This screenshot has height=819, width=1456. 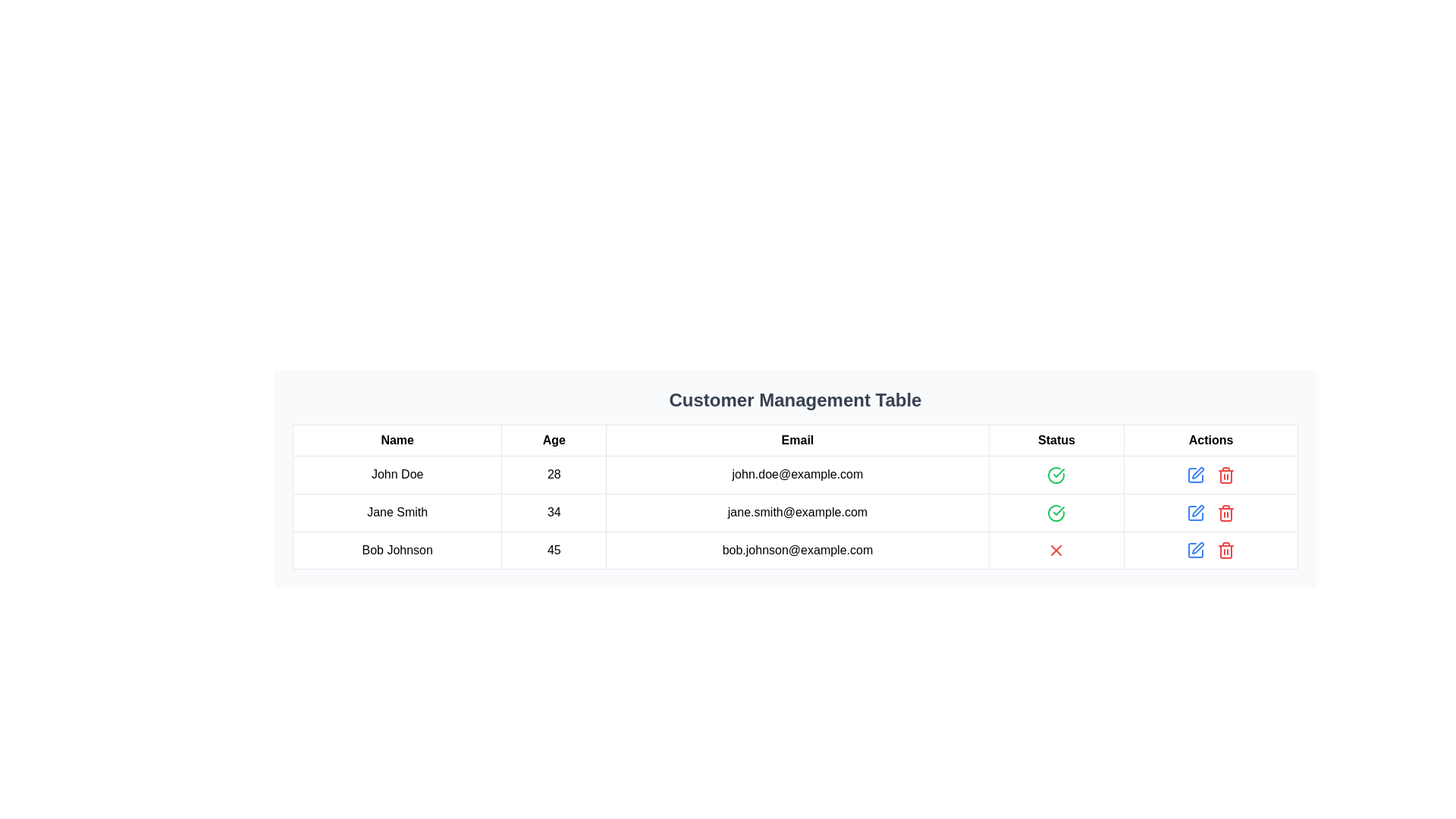 What do you see at coordinates (397, 441) in the screenshot?
I see `the 'Name' text label in the first column header of the table, which is styled with a table-like border and has a white background with black text` at bounding box center [397, 441].